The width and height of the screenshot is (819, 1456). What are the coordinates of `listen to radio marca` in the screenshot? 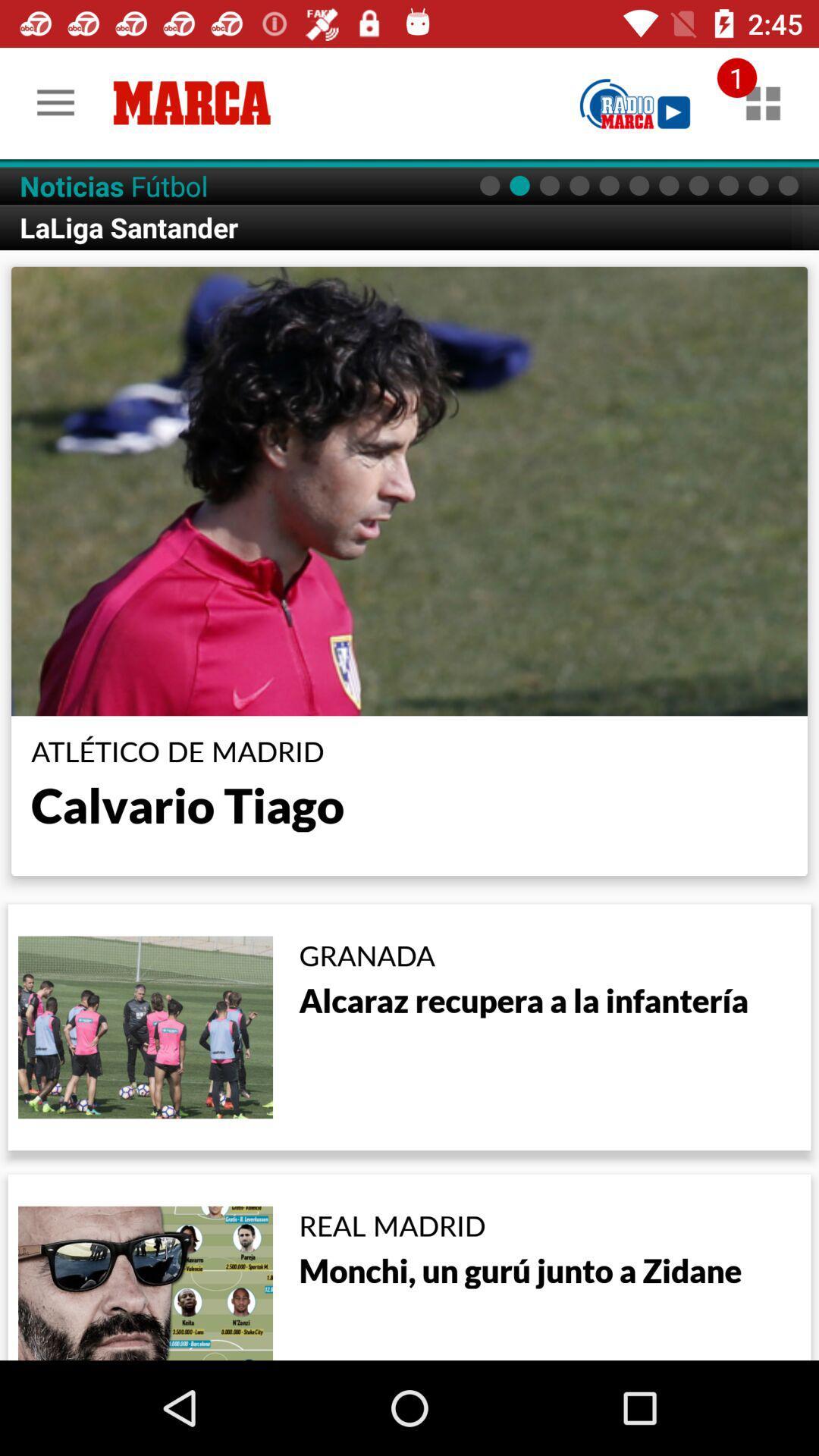 It's located at (635, 102).